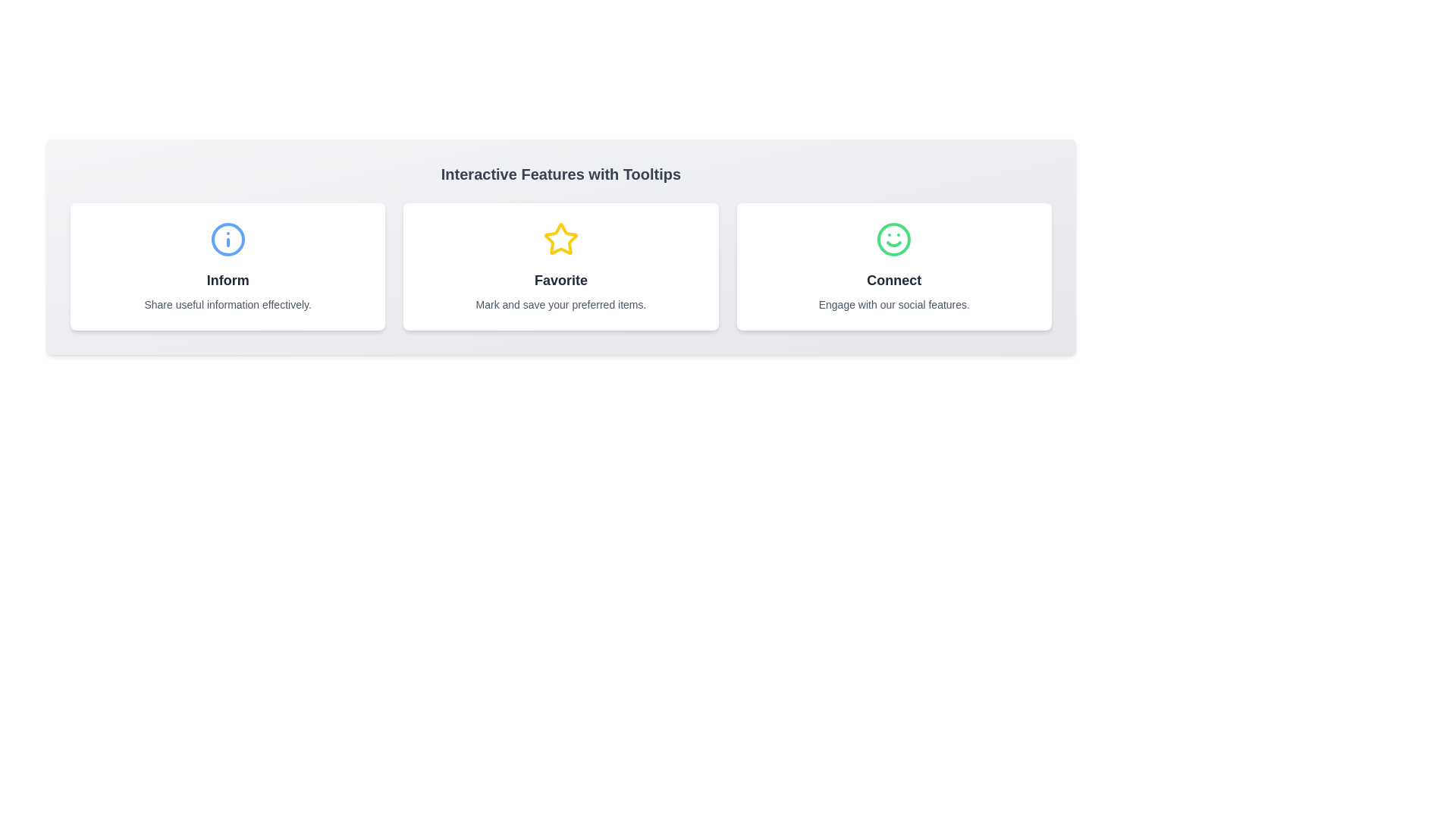 This screenshot has height=819, width=1456. Describe the element at coordinates (894, 239) in the screenshot. I see `the 'Connect' icon located at the top section of the third card from the left, which is associated with the 'Connect' feature` at that location.